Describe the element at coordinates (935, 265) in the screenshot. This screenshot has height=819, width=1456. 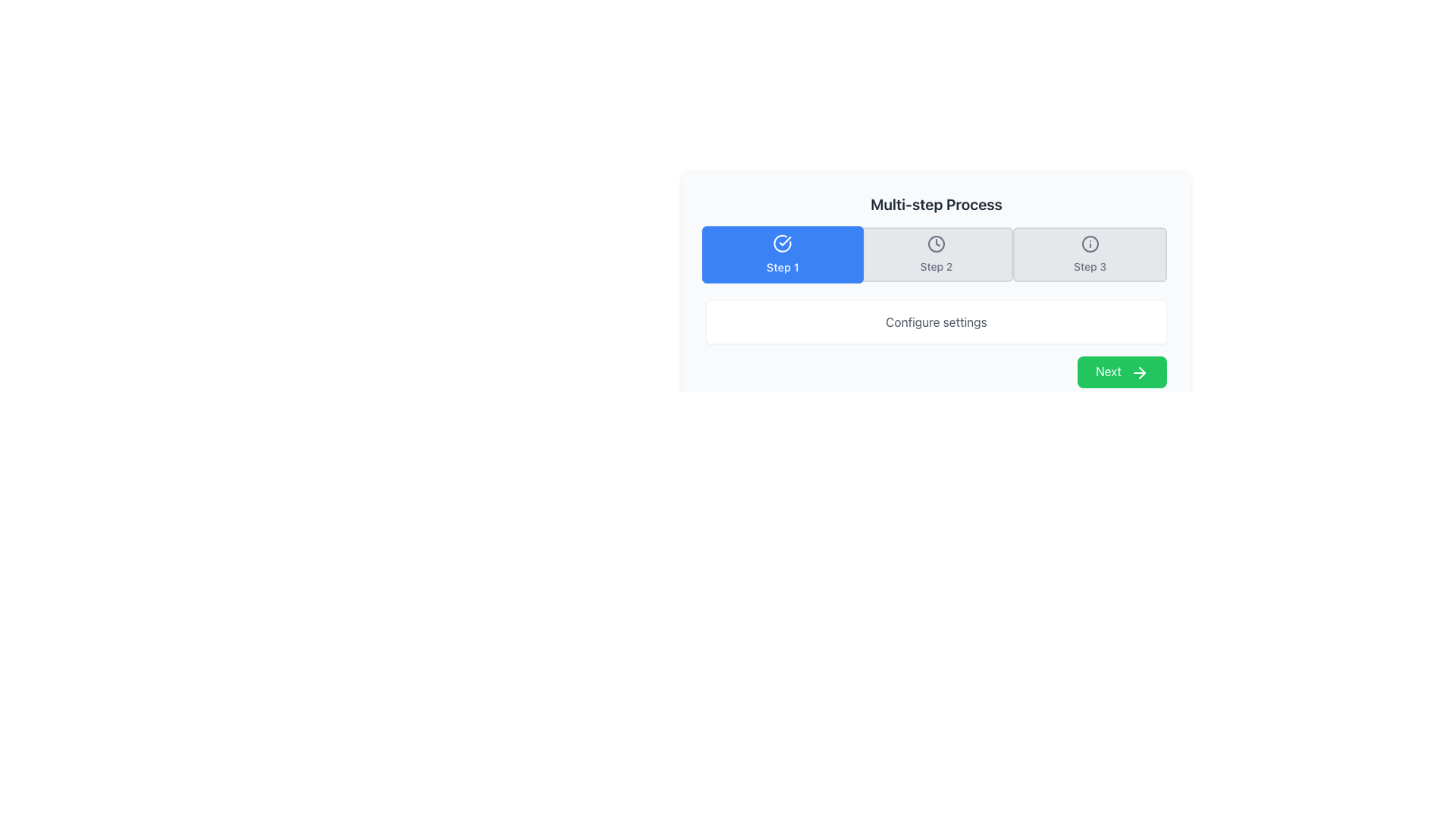
I see `the 'Step 2' static text label, which is part of a segmented control indicating the second step in a navigation sequence` at that location.